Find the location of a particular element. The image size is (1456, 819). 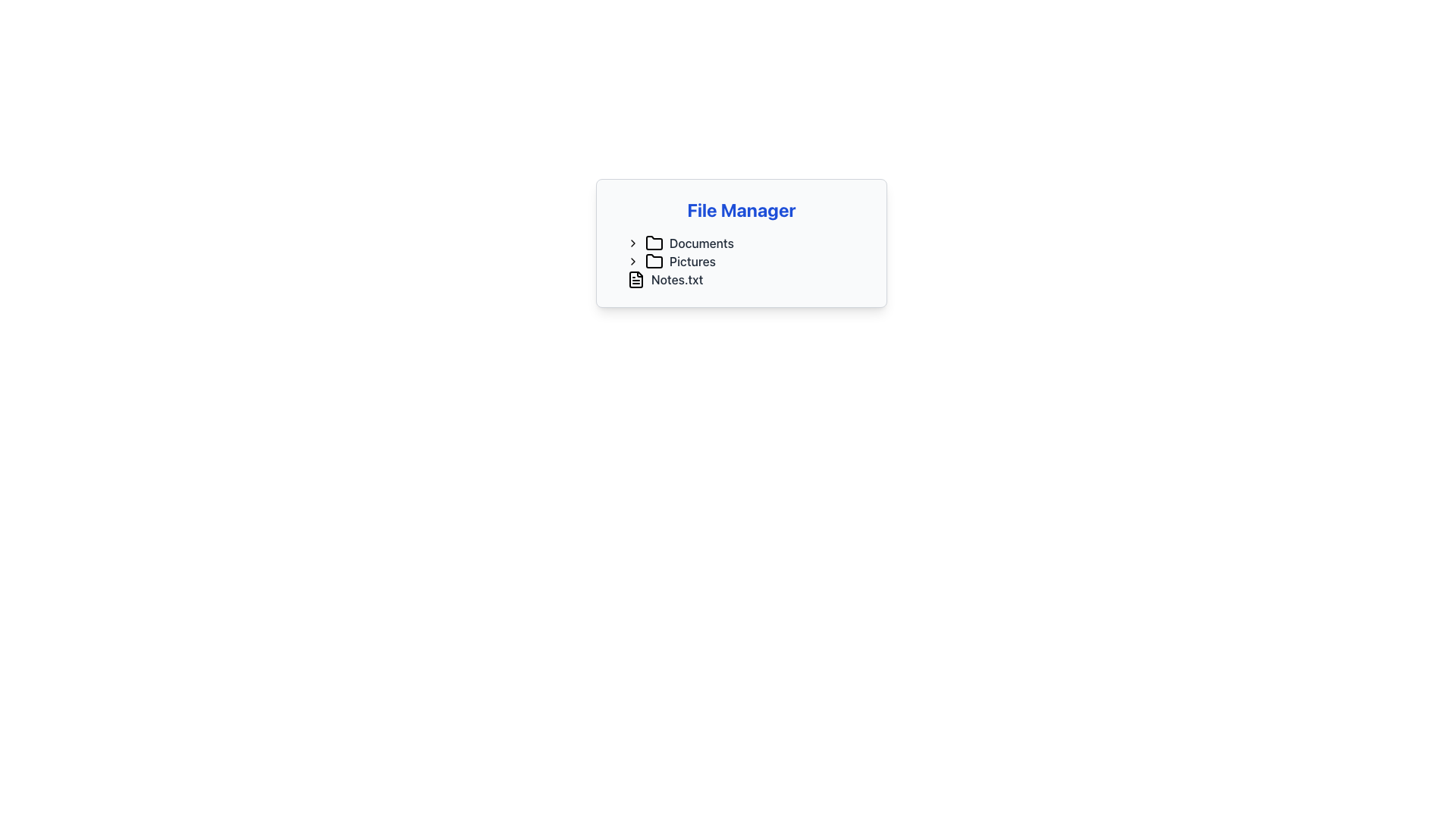

the folder icon located to the left of the 'Documents' text label in the File Manager section is located at coordinates (654, 242).